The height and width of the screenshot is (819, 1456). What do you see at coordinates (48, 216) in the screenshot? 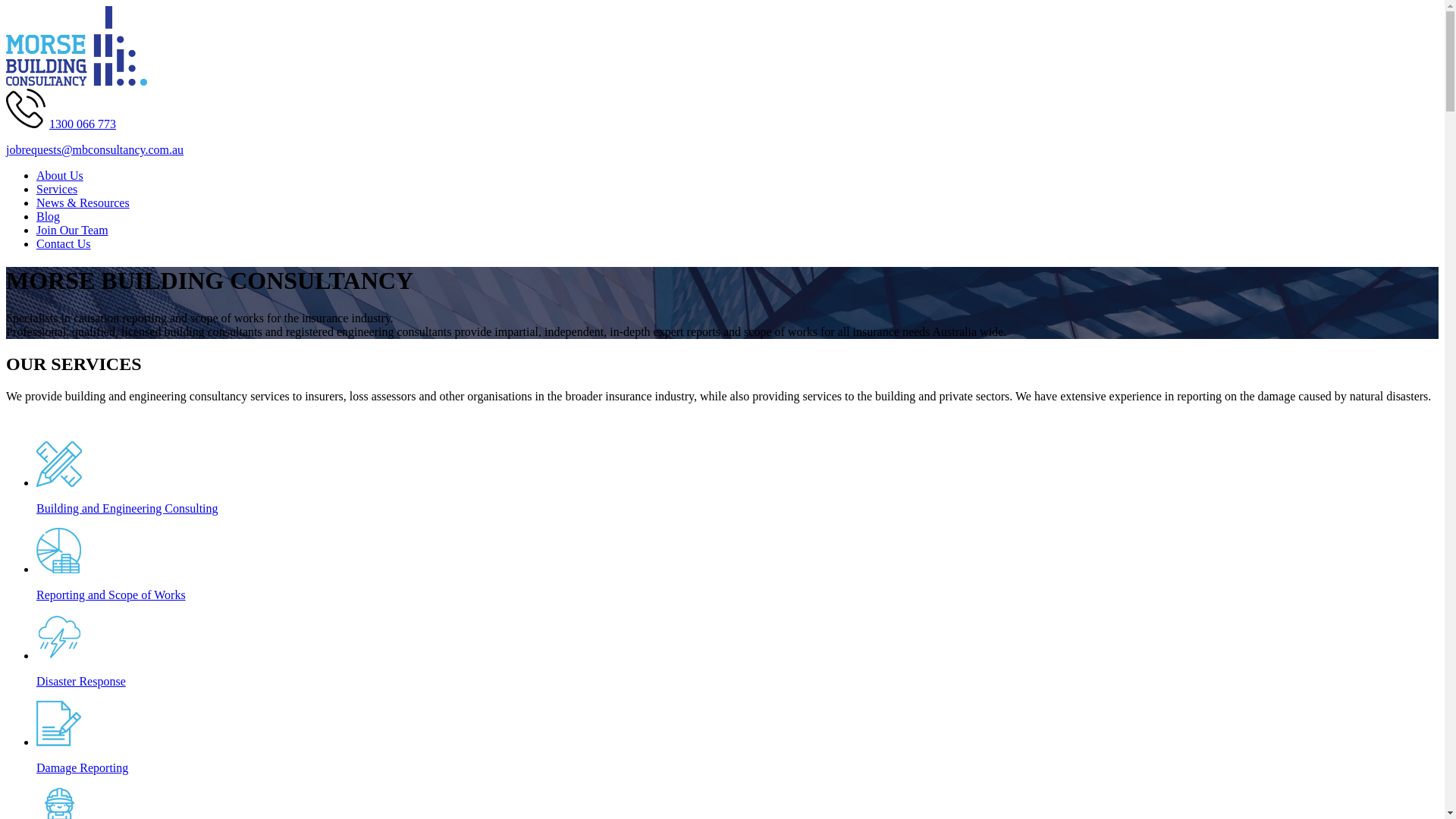
I see `'Blog'` at bounding box center [48, 216].